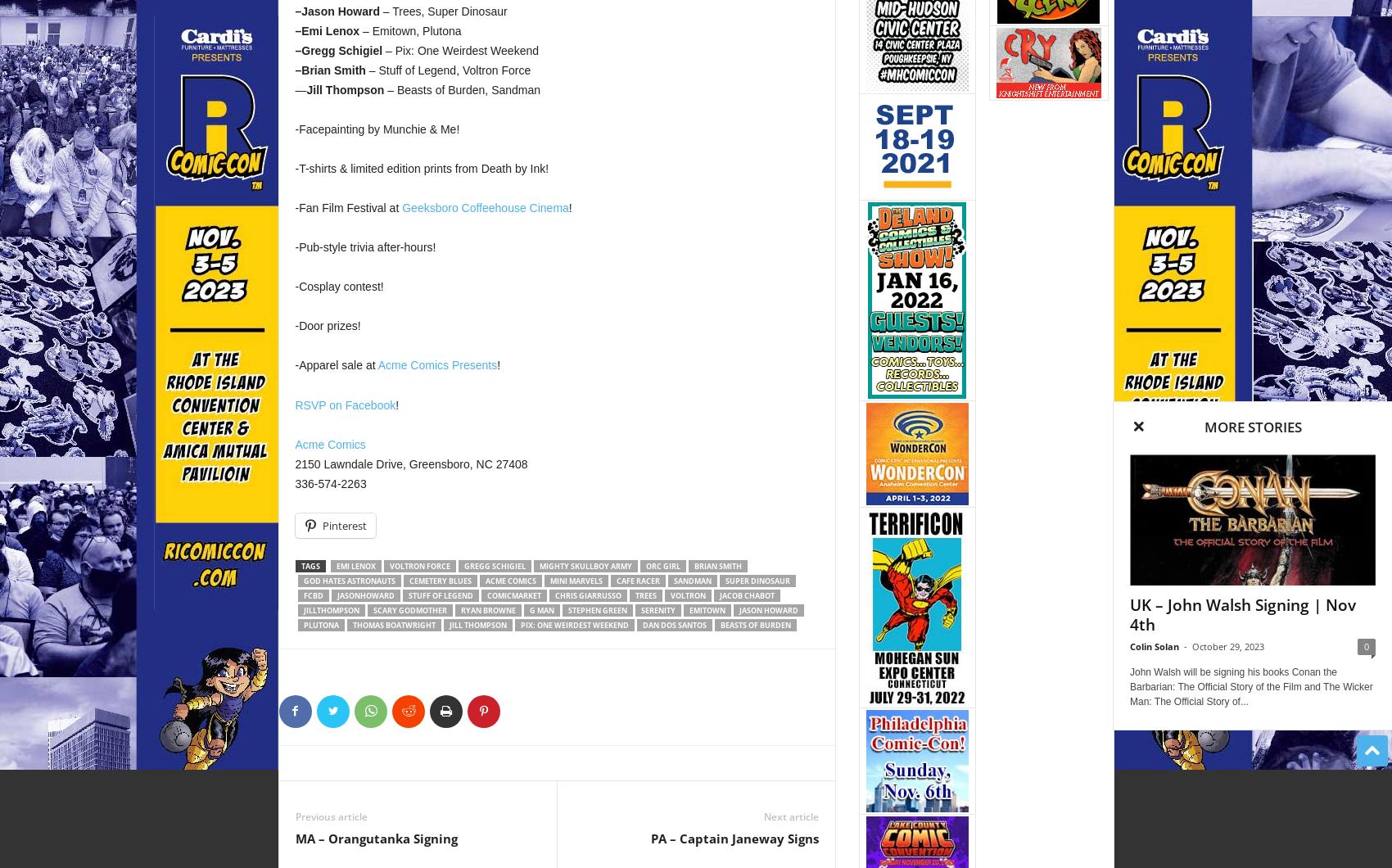 The image size is (1392, 868). I want to click on 'Previous article', so click(329, 815).